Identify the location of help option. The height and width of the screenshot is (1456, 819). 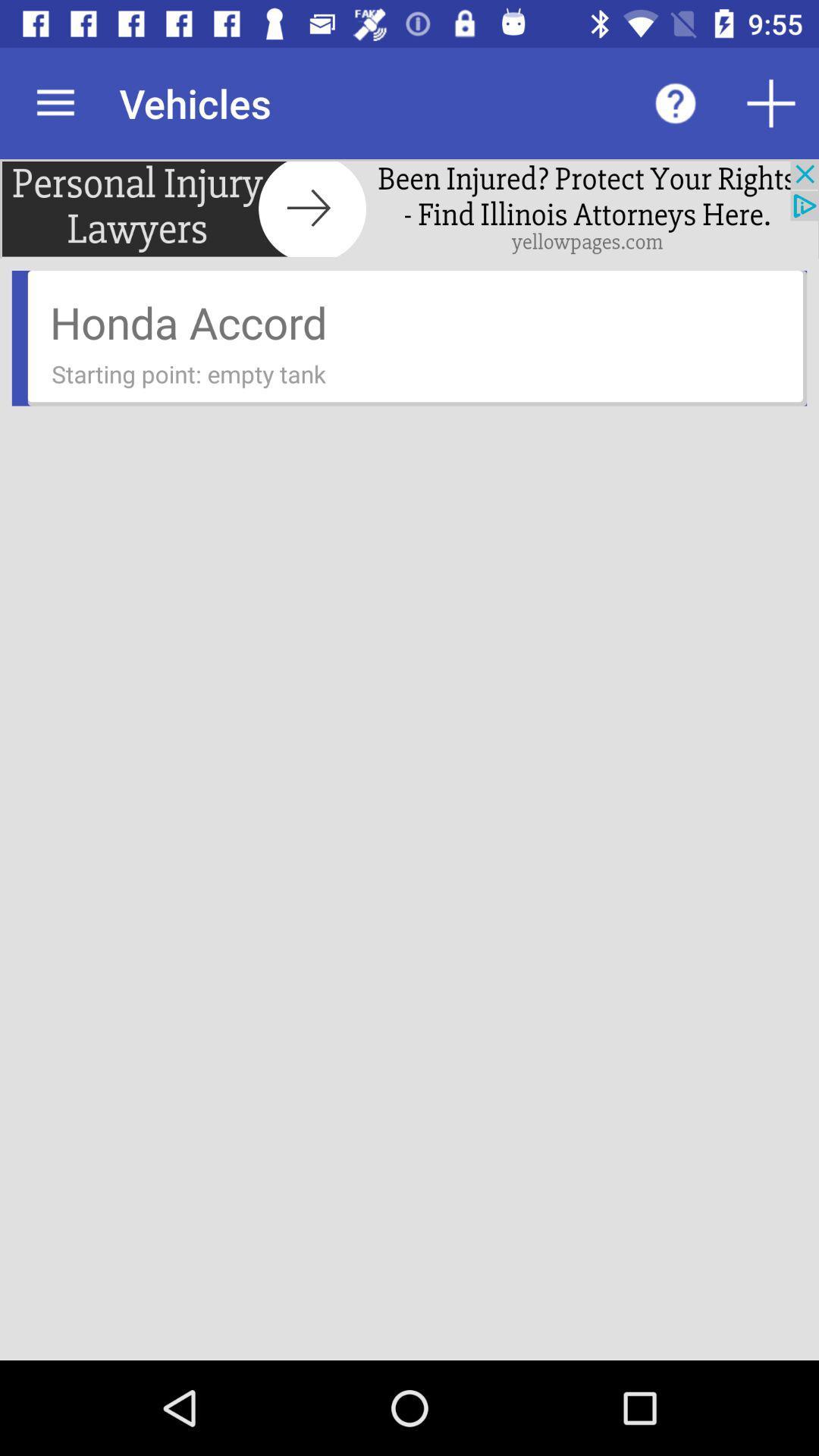
(675, 102).